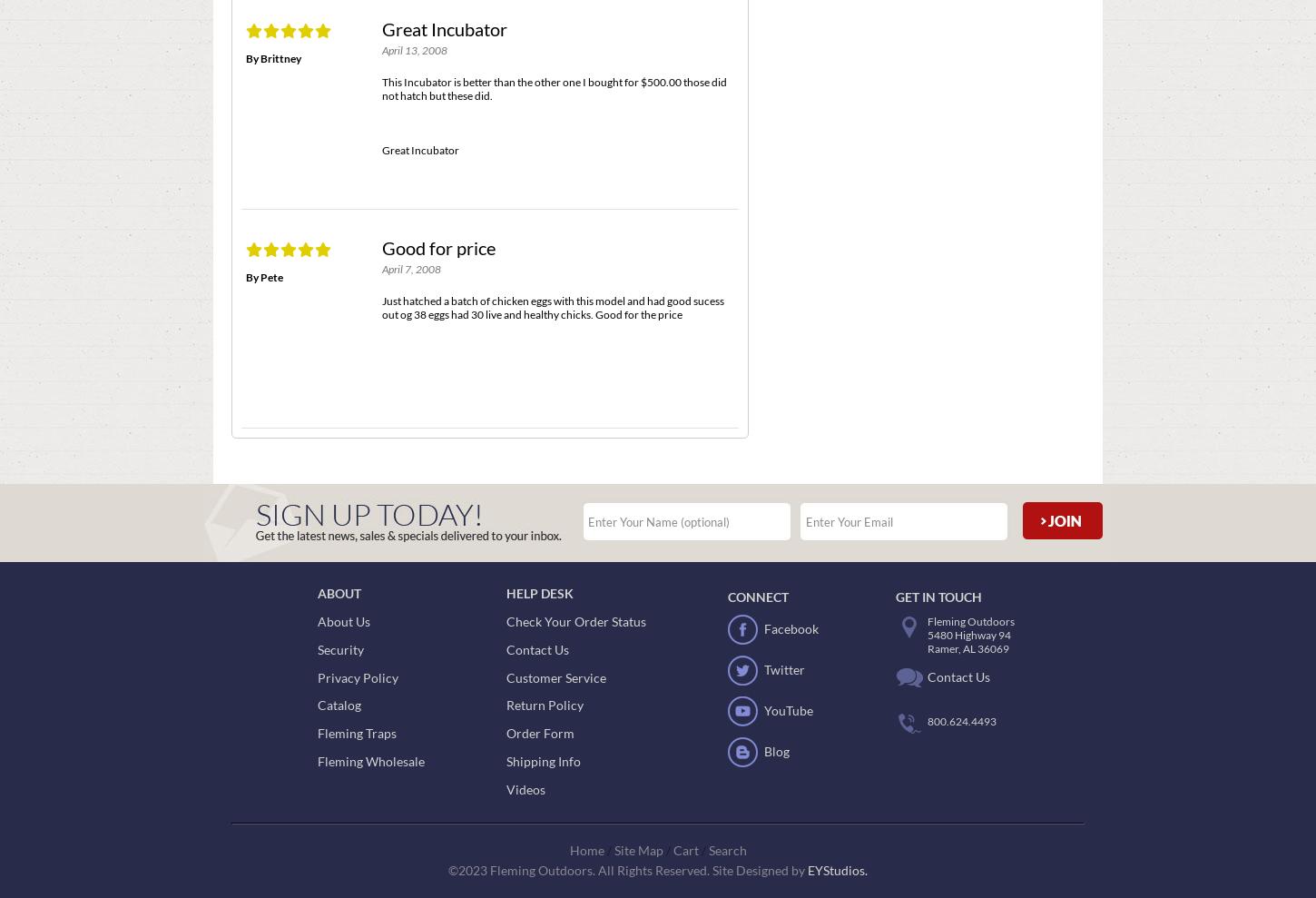 Image resolution: width=1316 pixels, height=898 pixels. Describe the element at coordinates (837, 869) in the screenshot. I see `'EYStudios.'` at that location.